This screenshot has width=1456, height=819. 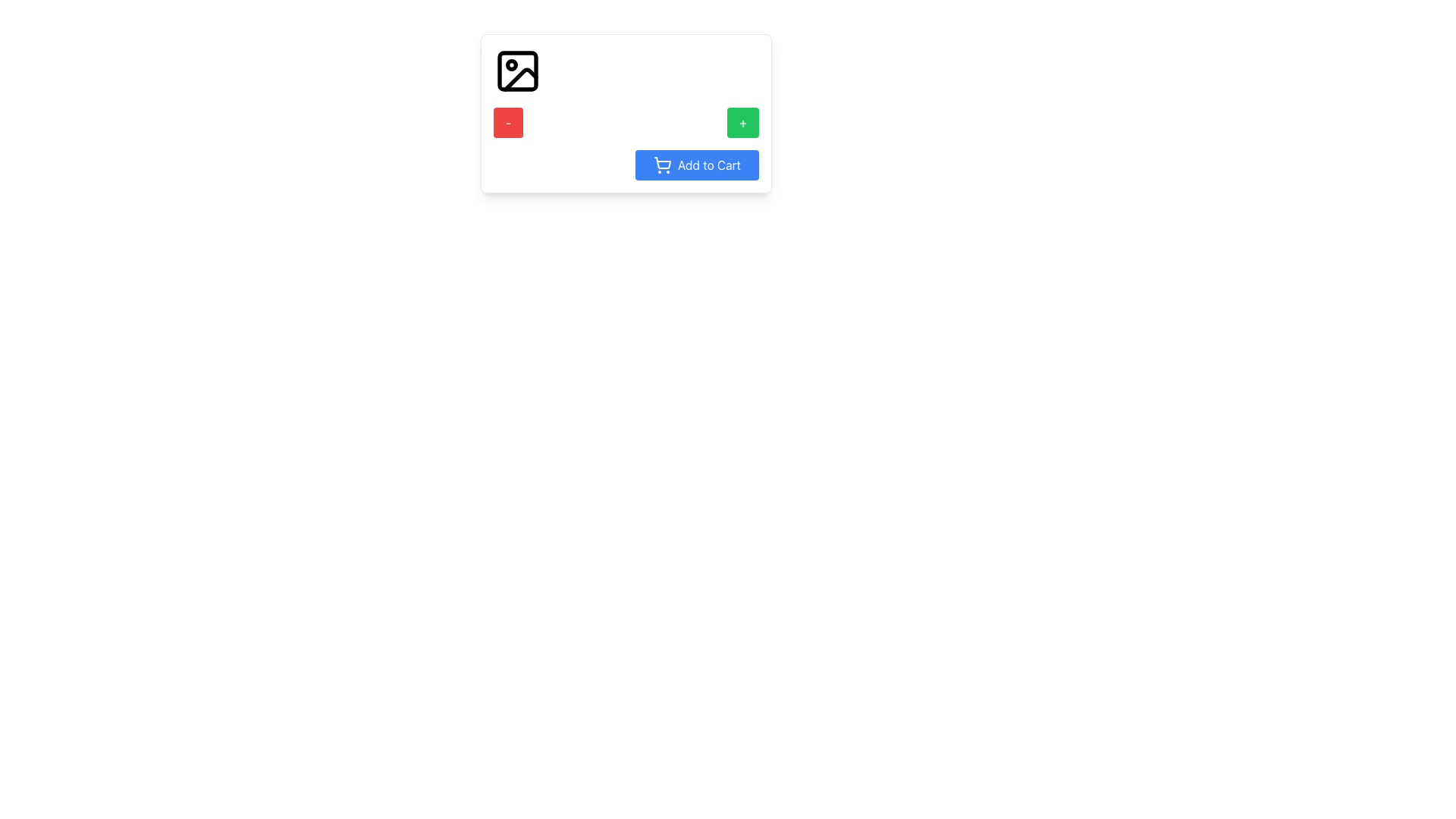 What do you see at coordinates (743, 122) in the screenshot?
I see `the green square button with rounded corners displaying a '+' symbol to increase the quantity` at bounding box center [743, 122].